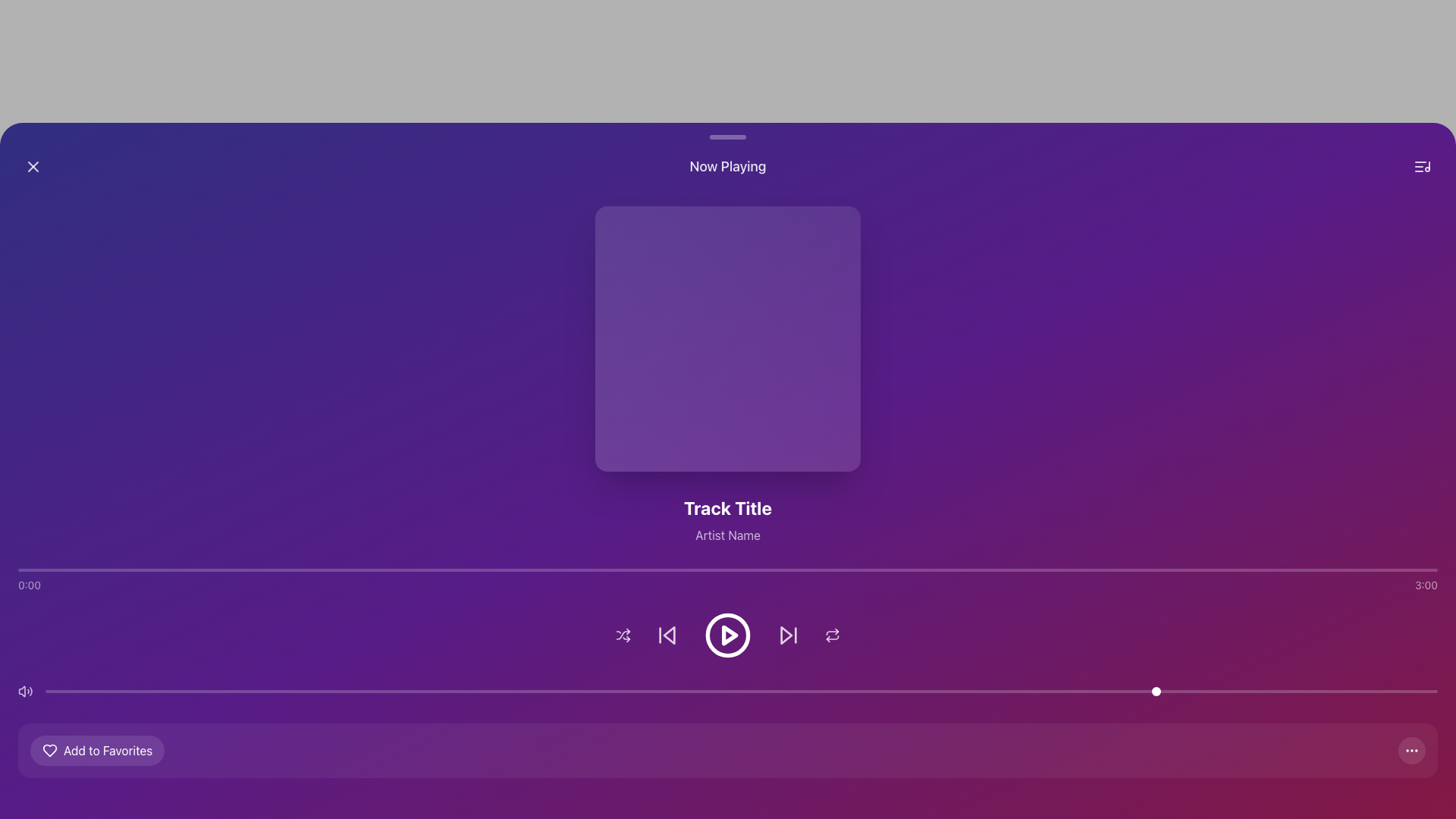  What do you see at coordinates (730, 635) in the screenshot?
I see `the decorative play button icon, which is a small triangular shape pointing to the right, located centrally within the circular play button` at bounding box center [730, 635].